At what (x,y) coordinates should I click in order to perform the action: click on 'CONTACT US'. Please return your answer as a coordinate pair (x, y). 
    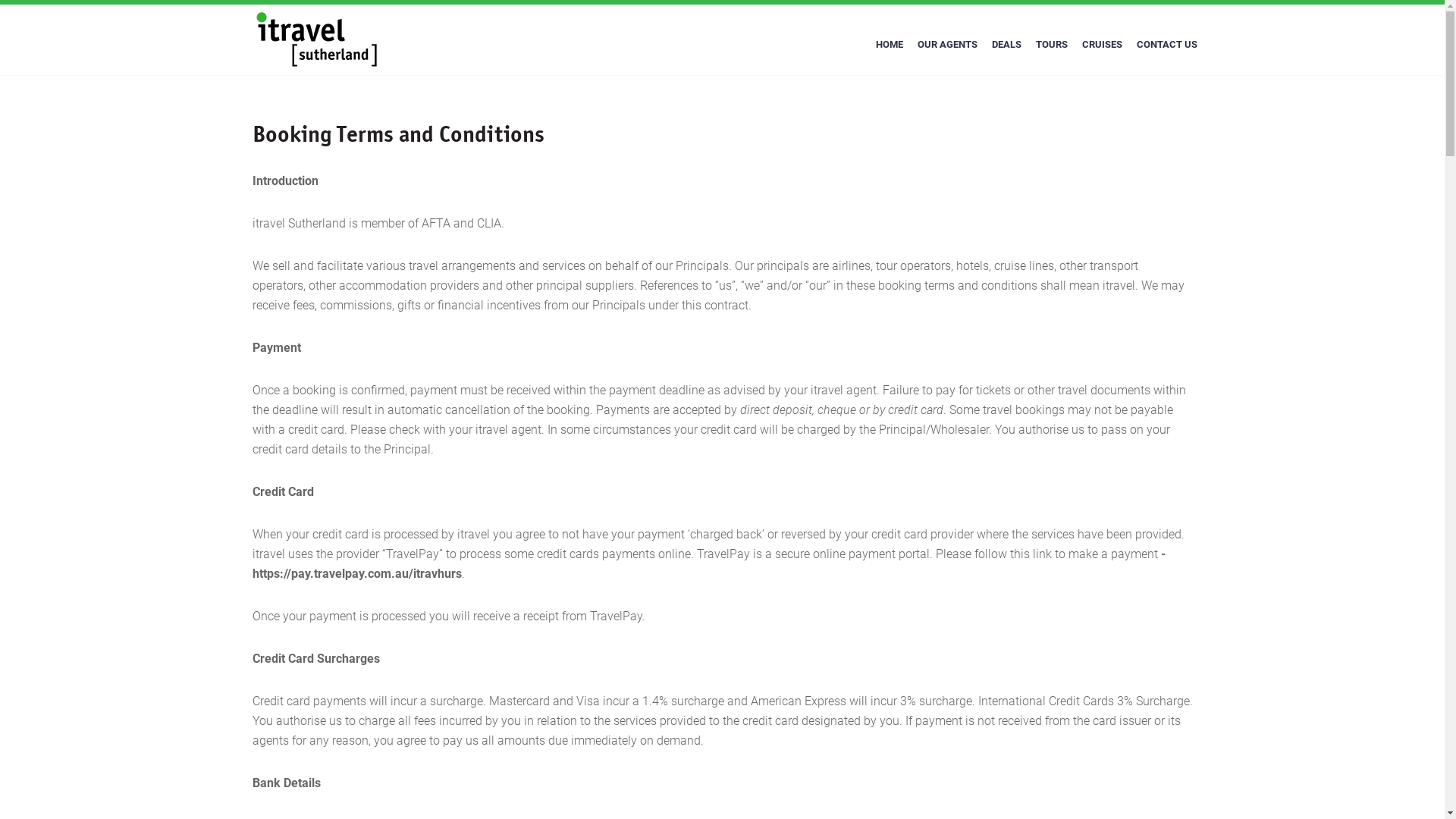
    Looking at the image, I should click on (1166, 43).